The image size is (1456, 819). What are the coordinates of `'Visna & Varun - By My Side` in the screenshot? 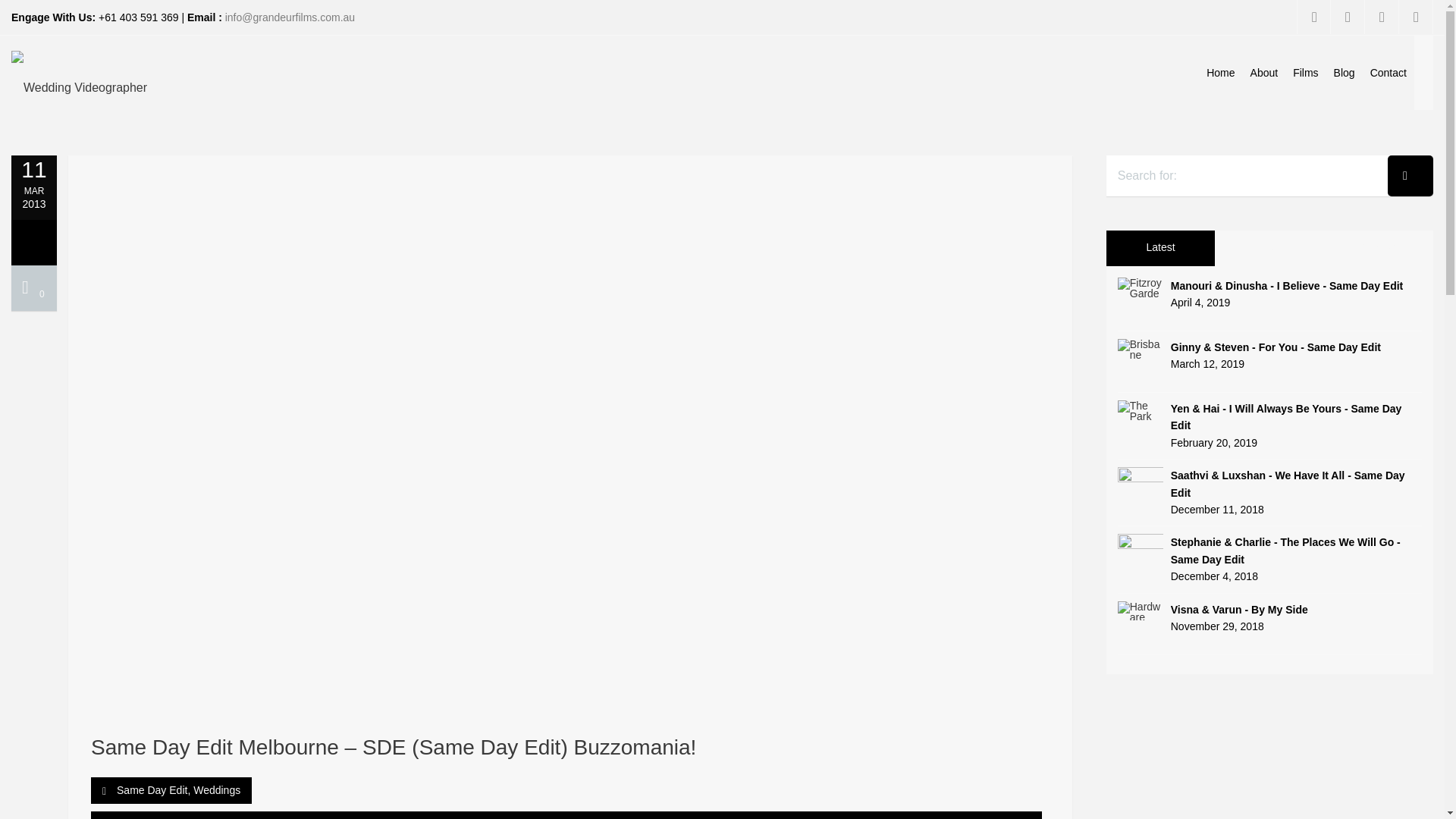 It's located at (1269, 618).